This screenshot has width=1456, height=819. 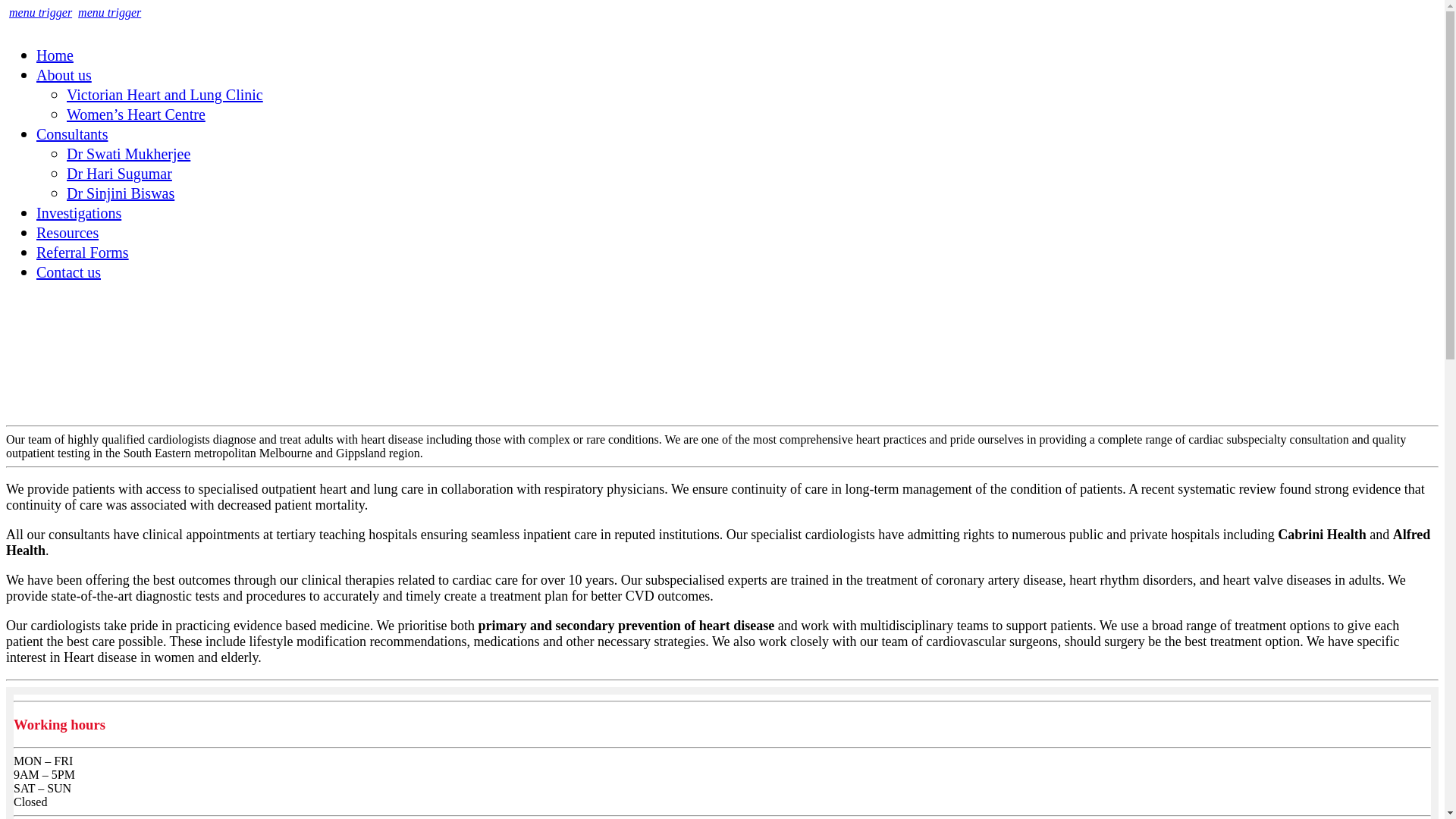 What do you see at coordinates (36, 213) in the screenshot?
I see `'Investigations'` at bounding box center [36, 213].